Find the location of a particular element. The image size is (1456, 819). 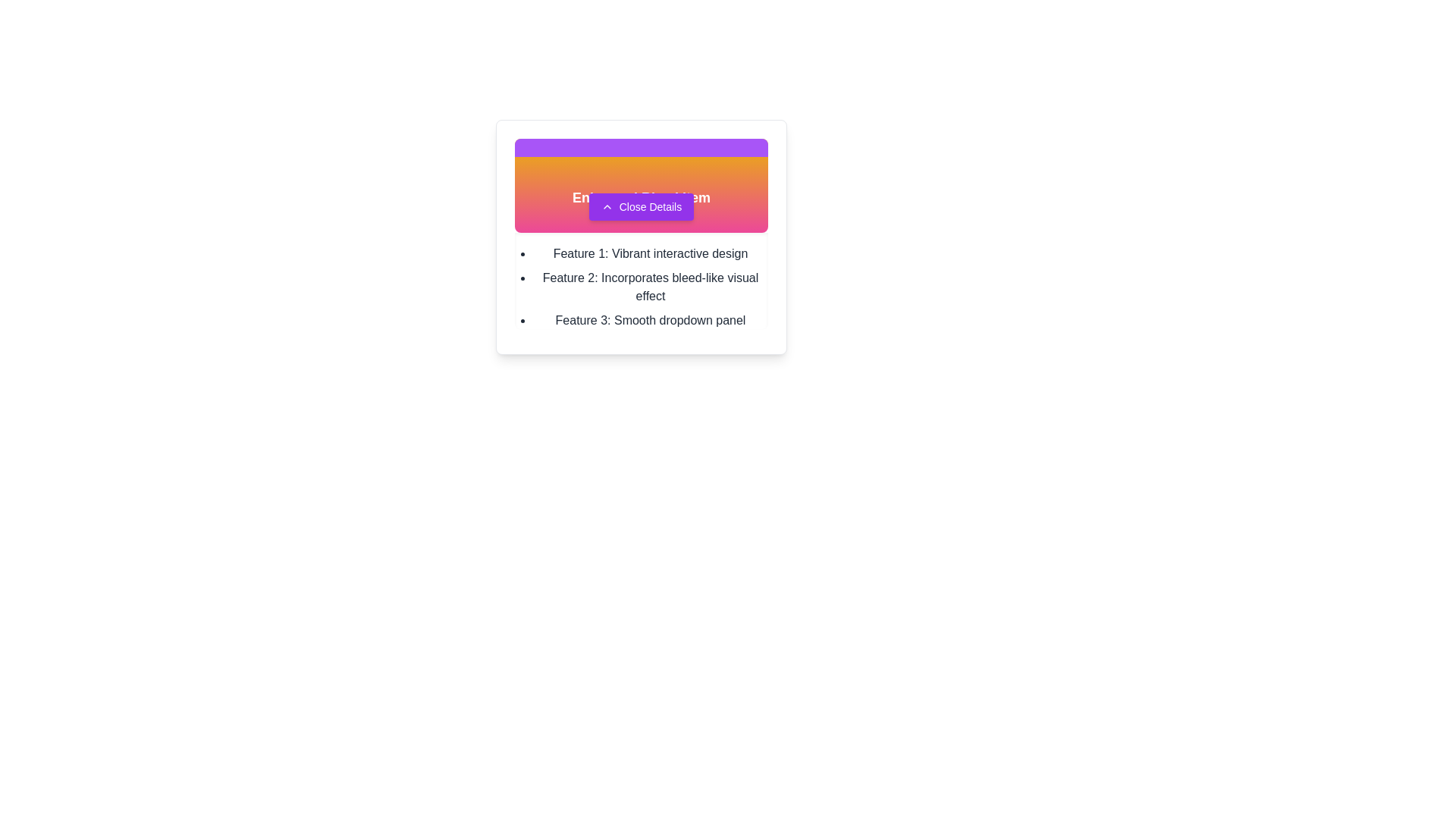

the 'Close Details' button in the 'Enhanced Bleed Item' component is located at coordinates (641, 185).